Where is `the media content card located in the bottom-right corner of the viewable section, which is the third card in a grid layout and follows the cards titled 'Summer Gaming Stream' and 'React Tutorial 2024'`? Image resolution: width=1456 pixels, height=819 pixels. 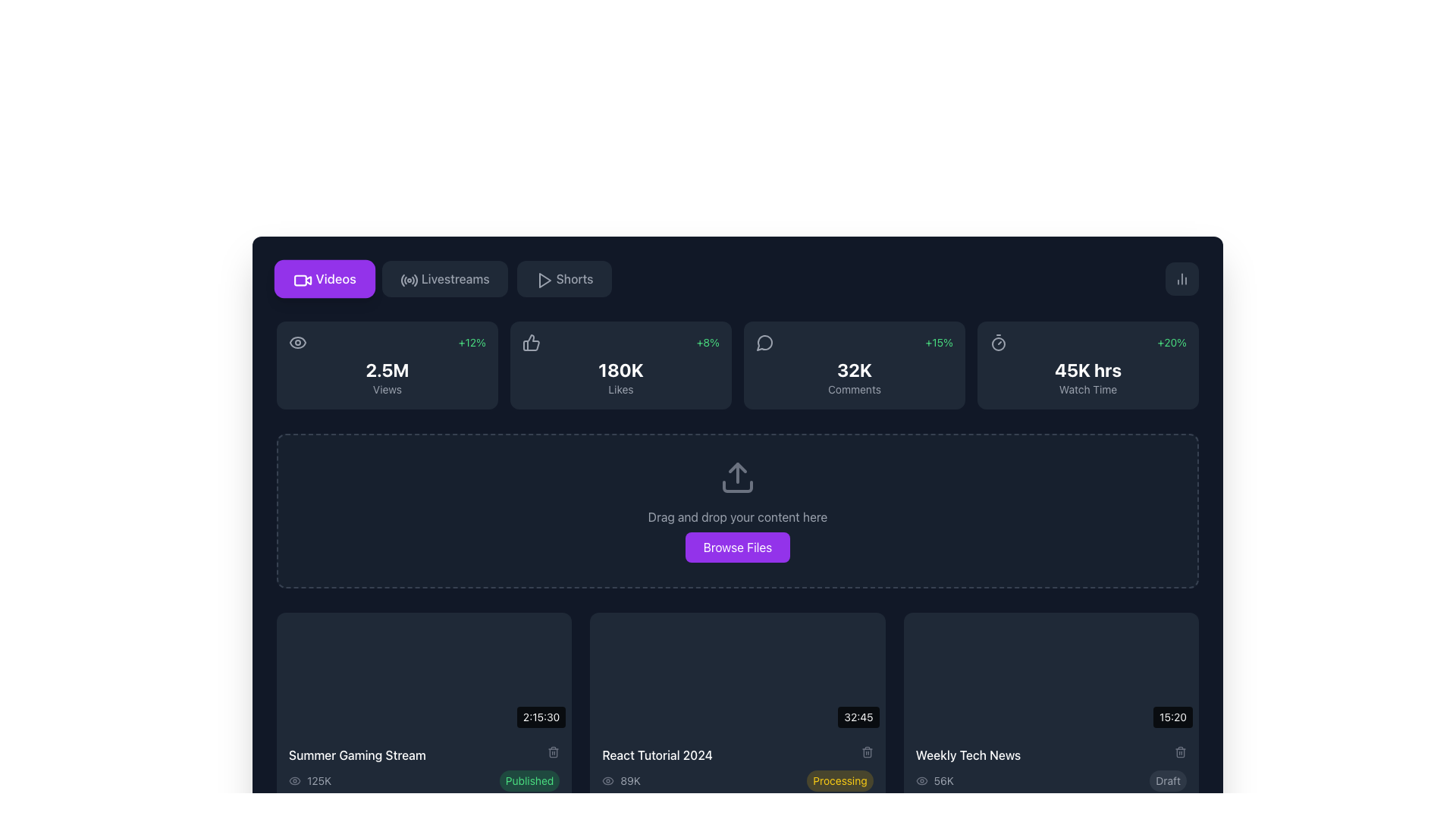
the media content card located in the bottom-right corner of the viewable section, which is the third card in a grid layout and follows the cards titled 'Summer Gaming Stream' and 'React Tutorial 2024' is located at coordinates (1050, 708).